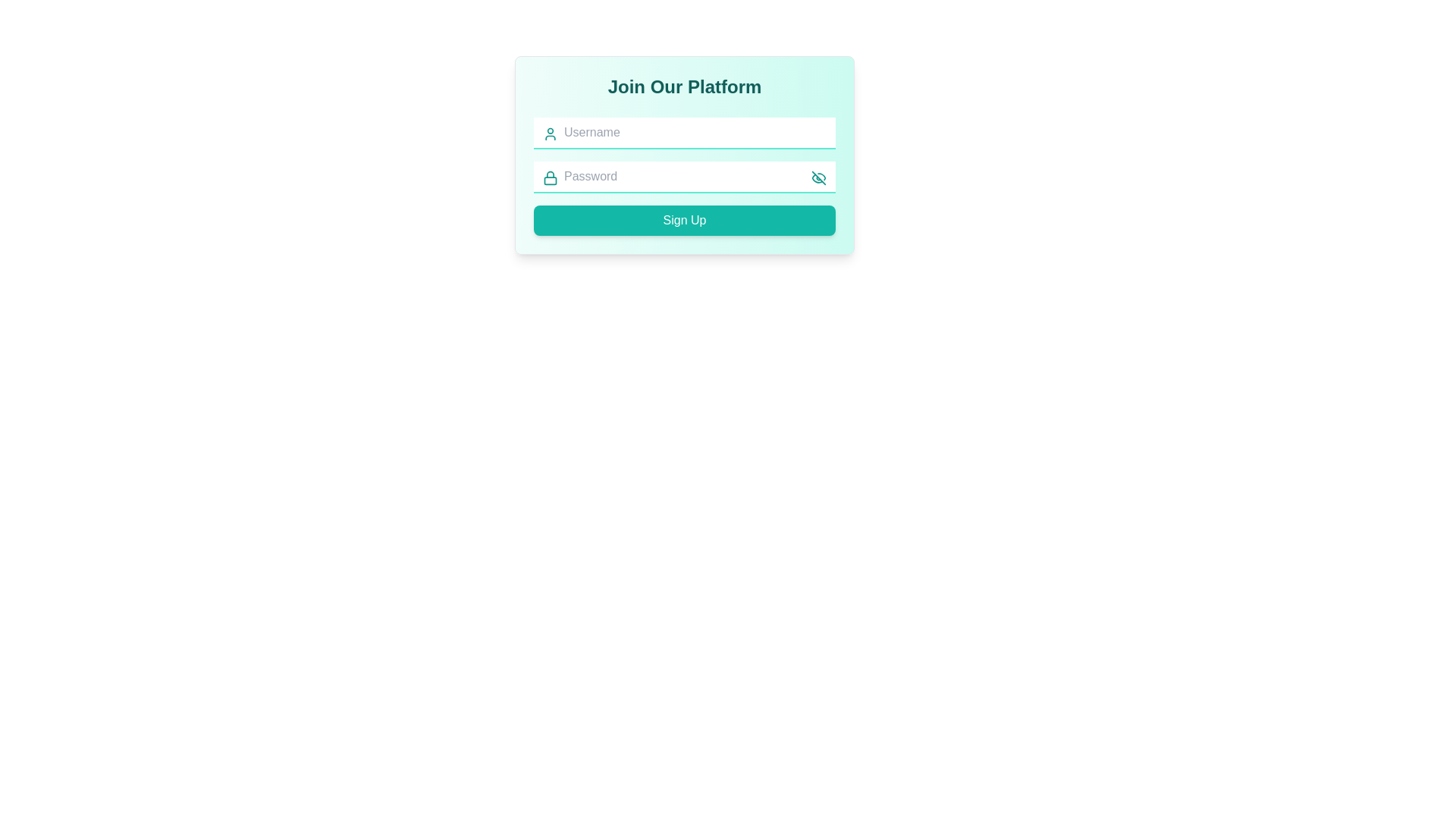 This screenshot has height=819, width=1456. What do you see at coordinates (549, 177) in the screenshot?
I see `the password field icon located on the left side of the password input field, which visually denotes that the input is for entering a password` at bounding box center [549, 177].